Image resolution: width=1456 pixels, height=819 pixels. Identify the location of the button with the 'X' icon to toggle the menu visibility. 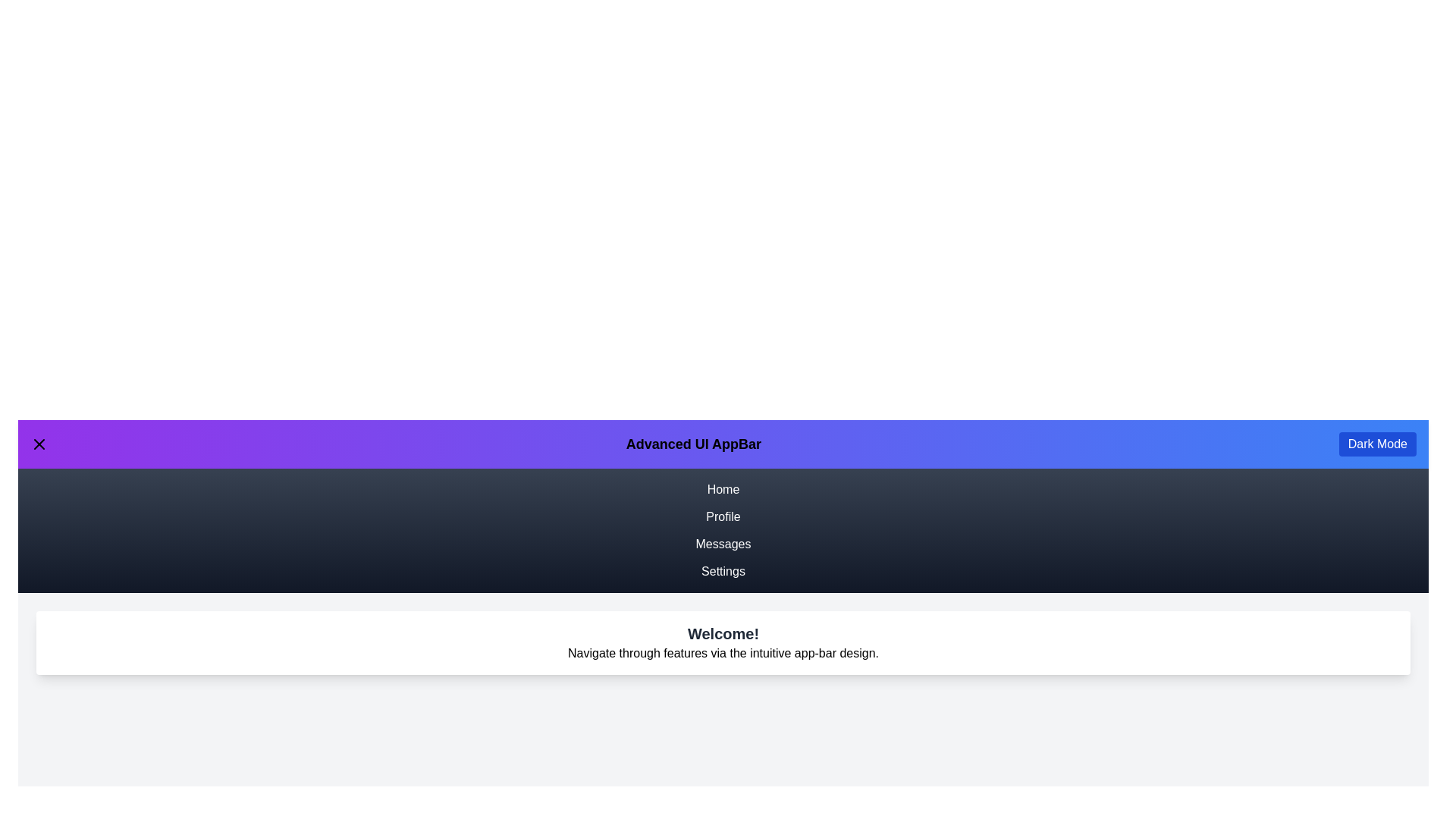
(39, 444).